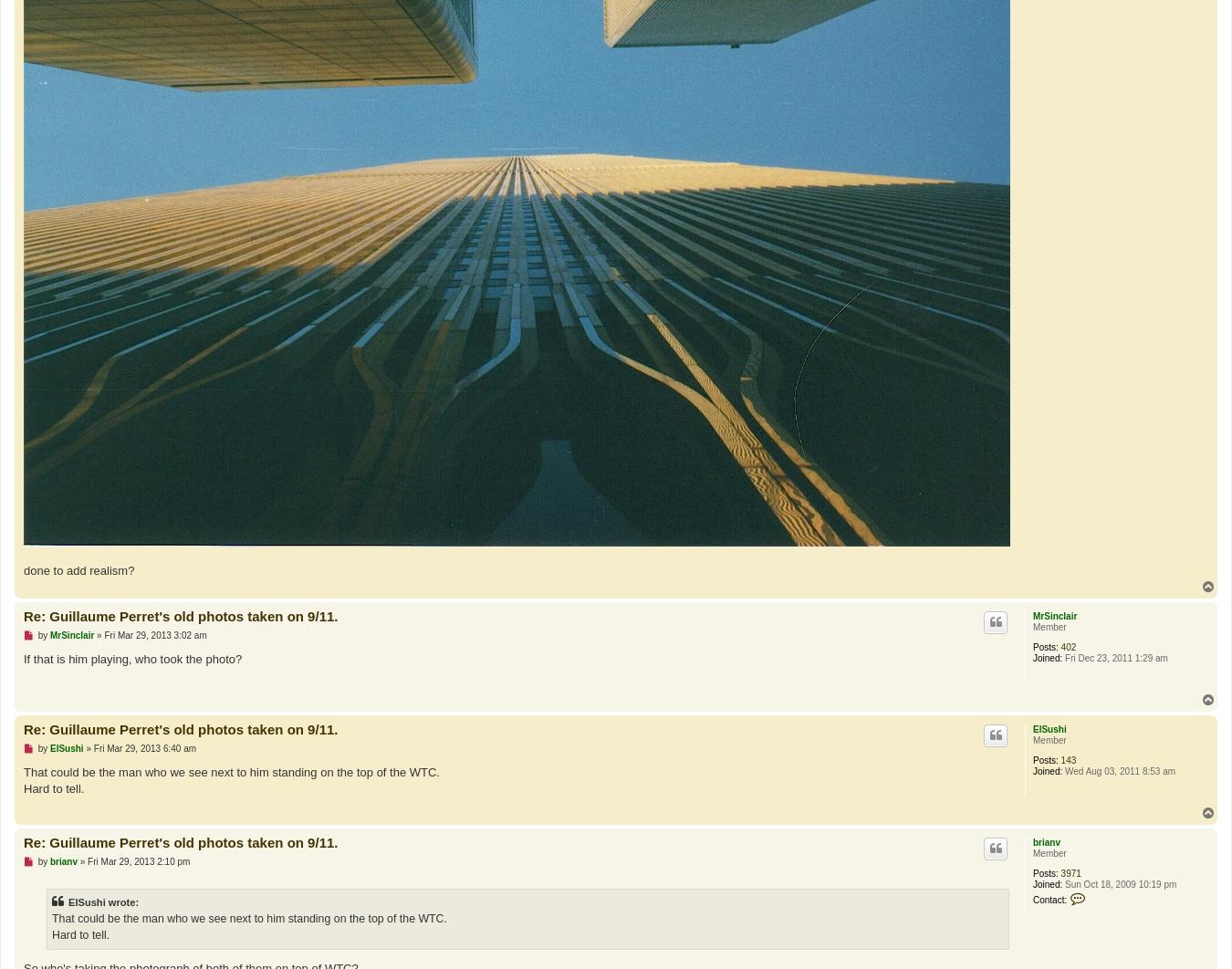 The width and height of the screenshot is (1232, 969). Describe the element at coordinates (132, 658) in the screenshot. I see `'If that is him playing, who took the photo?'` at that location.